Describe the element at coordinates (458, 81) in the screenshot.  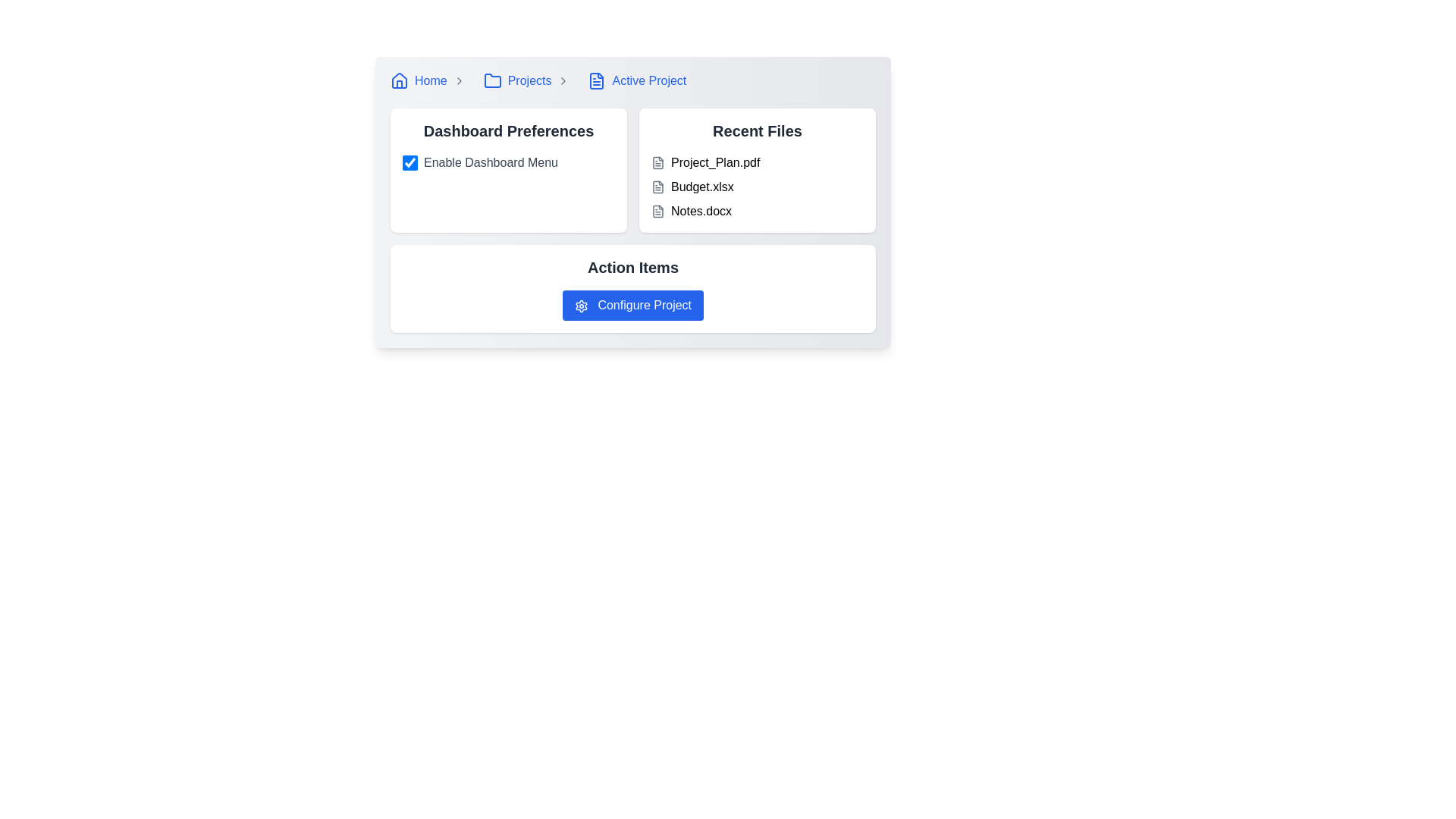
I see `the right-pointing chevron icon, which is a static, non-interactive SVG graphic element with a thin outline and rounded edges, located in the breadcrumb navigation bar between the 'Home' and 'Projects' links` at that location.